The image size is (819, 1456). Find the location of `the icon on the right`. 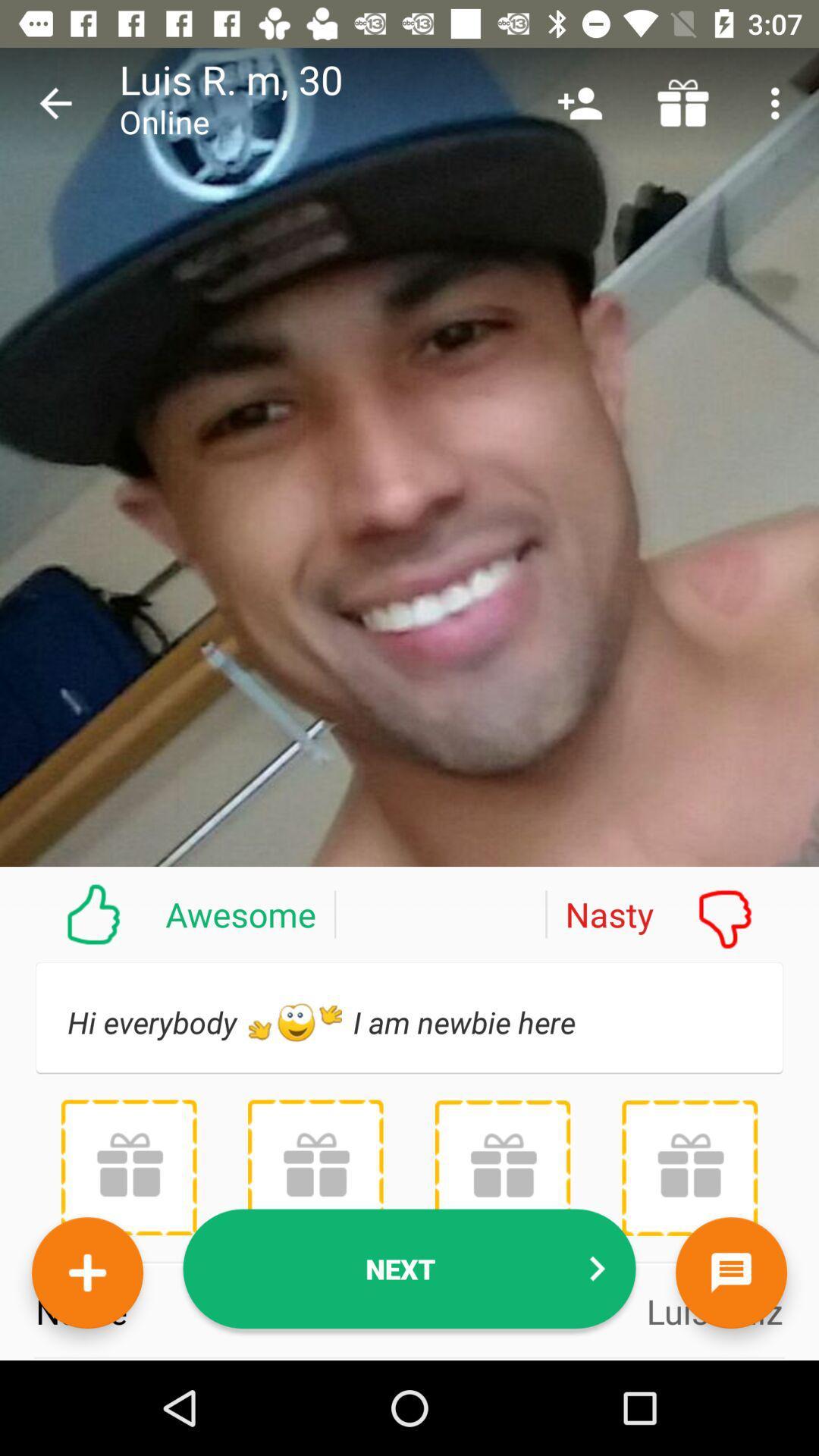

the icon on the right is located at coordinates (681, 913).